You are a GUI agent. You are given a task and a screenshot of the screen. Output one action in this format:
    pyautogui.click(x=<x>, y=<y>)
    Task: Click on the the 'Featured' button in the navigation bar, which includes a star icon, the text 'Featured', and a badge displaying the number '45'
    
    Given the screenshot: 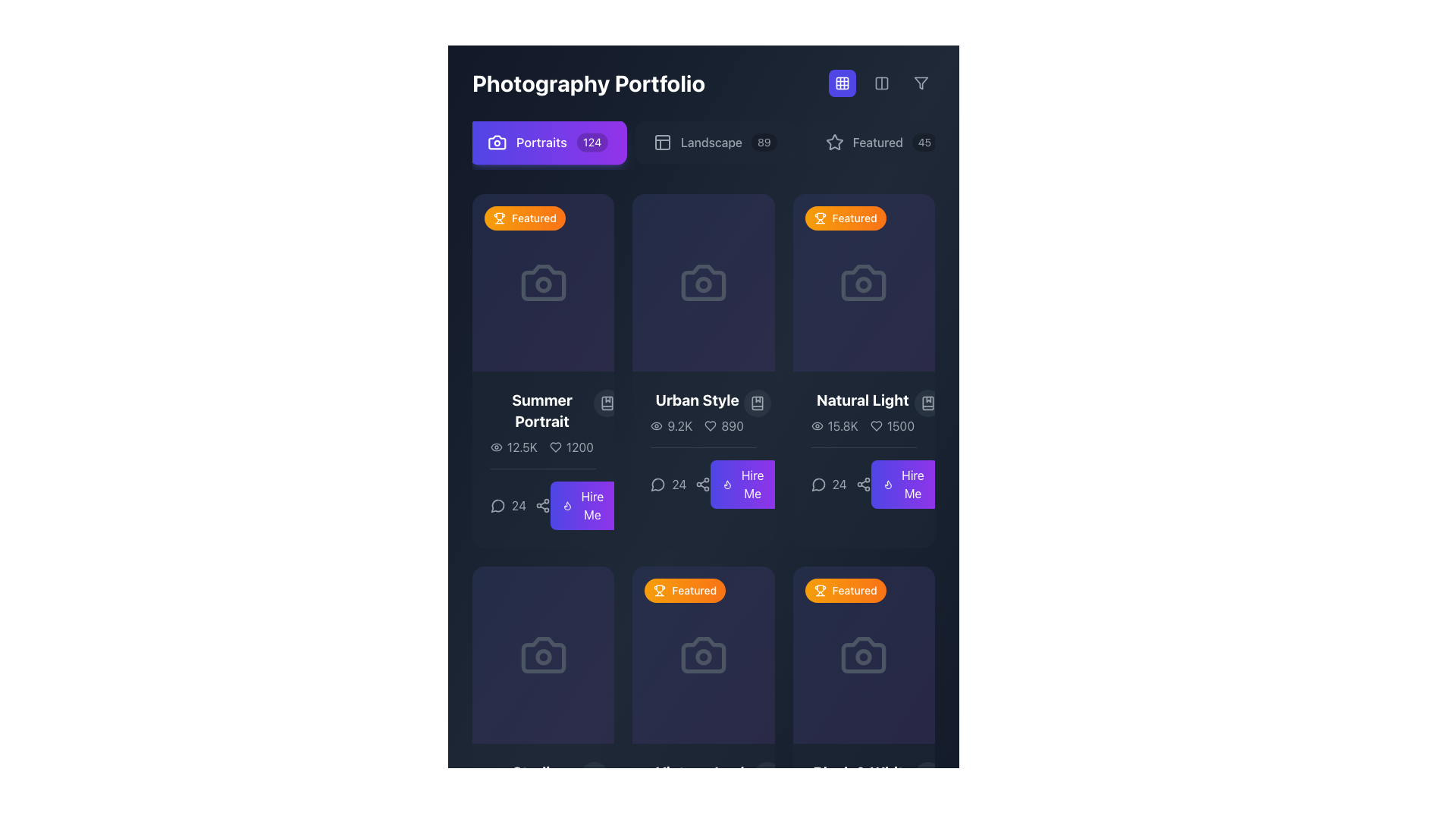 What is the action you would take?
    pyautogui.click(x=881, y=143)
    